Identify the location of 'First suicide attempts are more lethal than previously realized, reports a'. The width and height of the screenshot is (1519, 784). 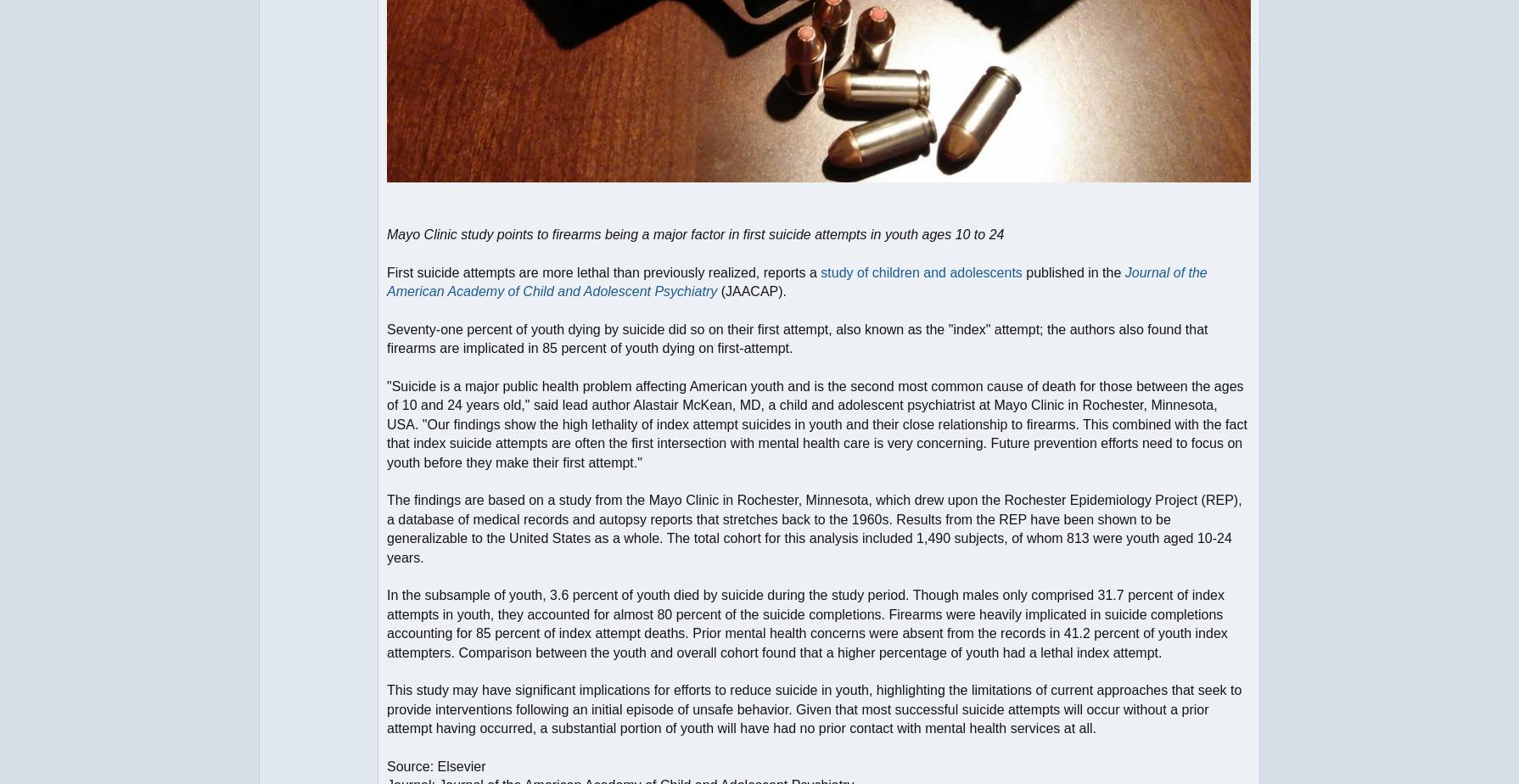
(603, 272).